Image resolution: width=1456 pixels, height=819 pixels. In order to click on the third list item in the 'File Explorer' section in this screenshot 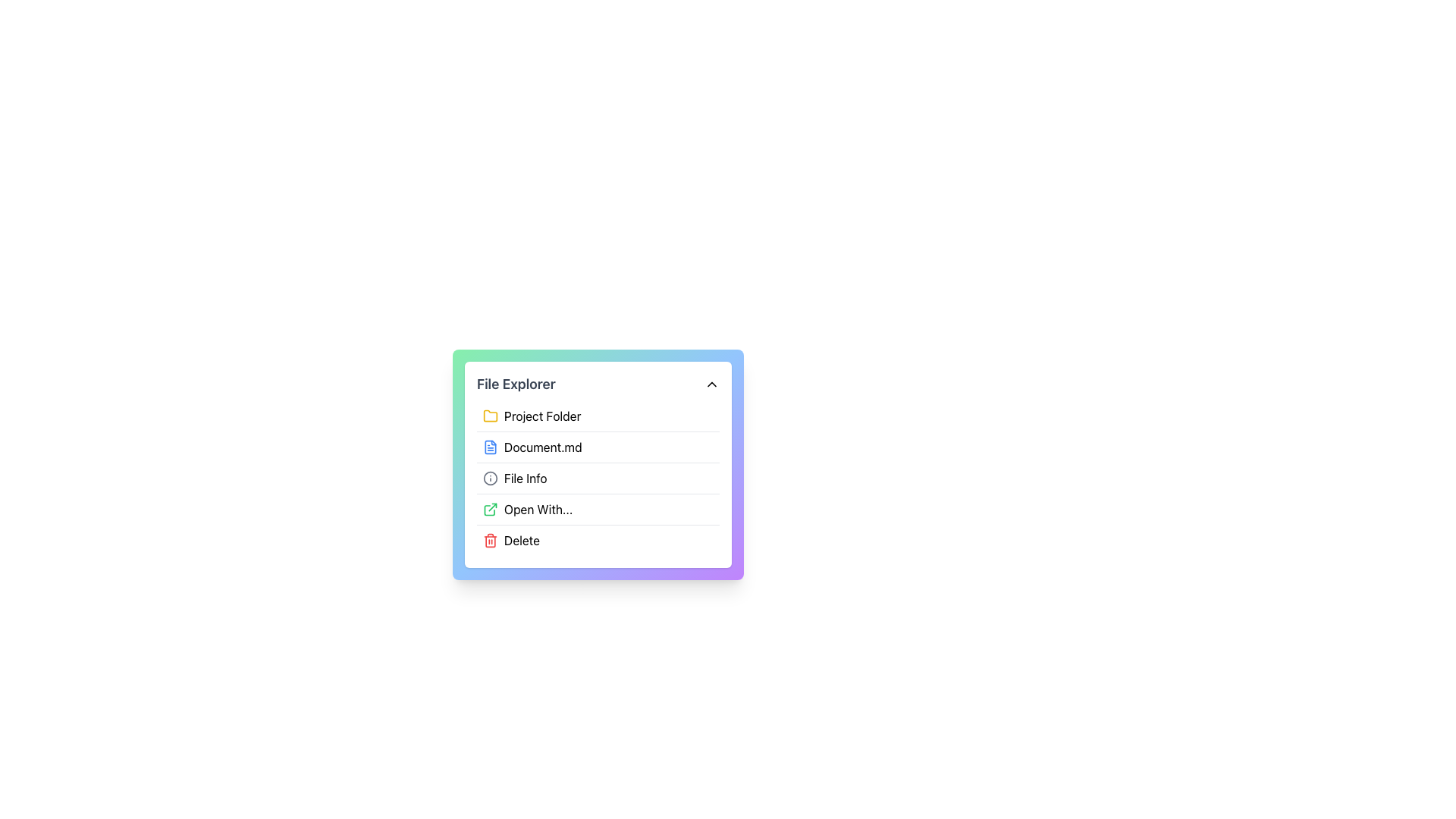, I will do `click(597, 479)`.